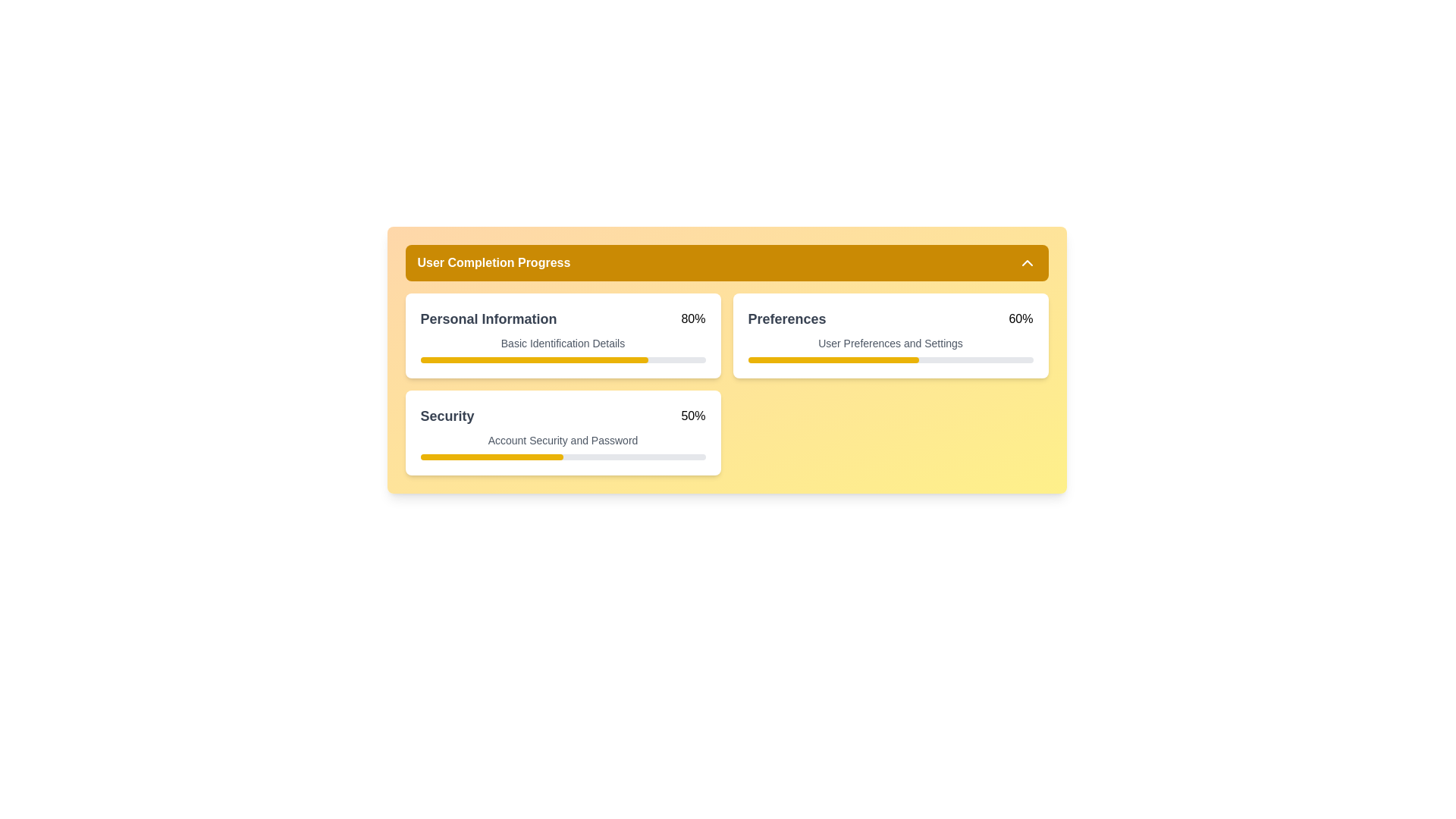 Image resolution: width=1456 pixels, height=819 pixels. Describe the element at coordinates (726, 359) in the screenshot. I see `the informational progress tracker section that displays completion metrics such as 'Personal Information,' 'Preferences,' and 'Security,' which is centrally located below the 'User Completion Progress' title bar` at that location.